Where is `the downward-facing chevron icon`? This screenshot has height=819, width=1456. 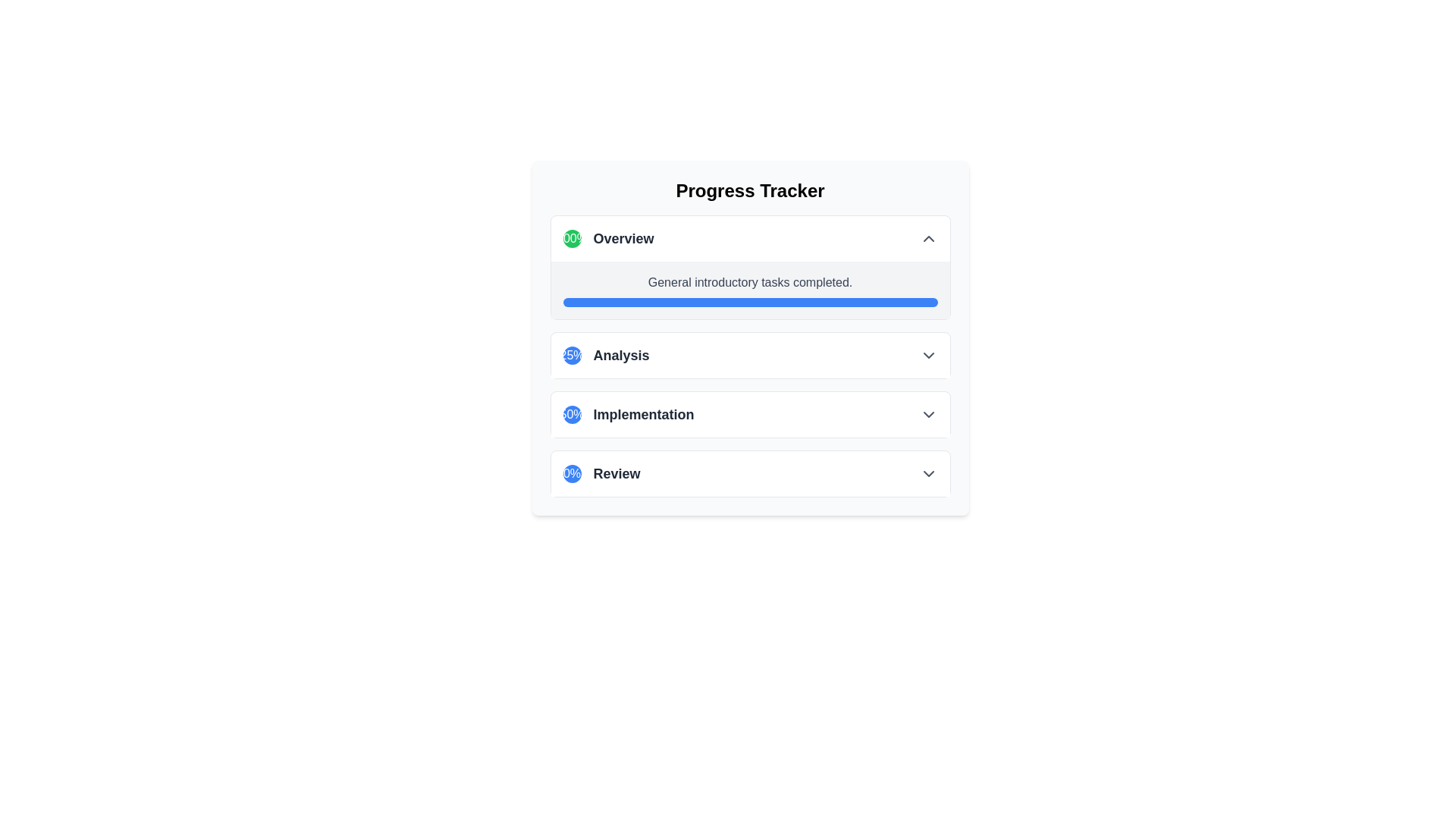
the downward-facing chevron icon is located at coordinates (927, 356).